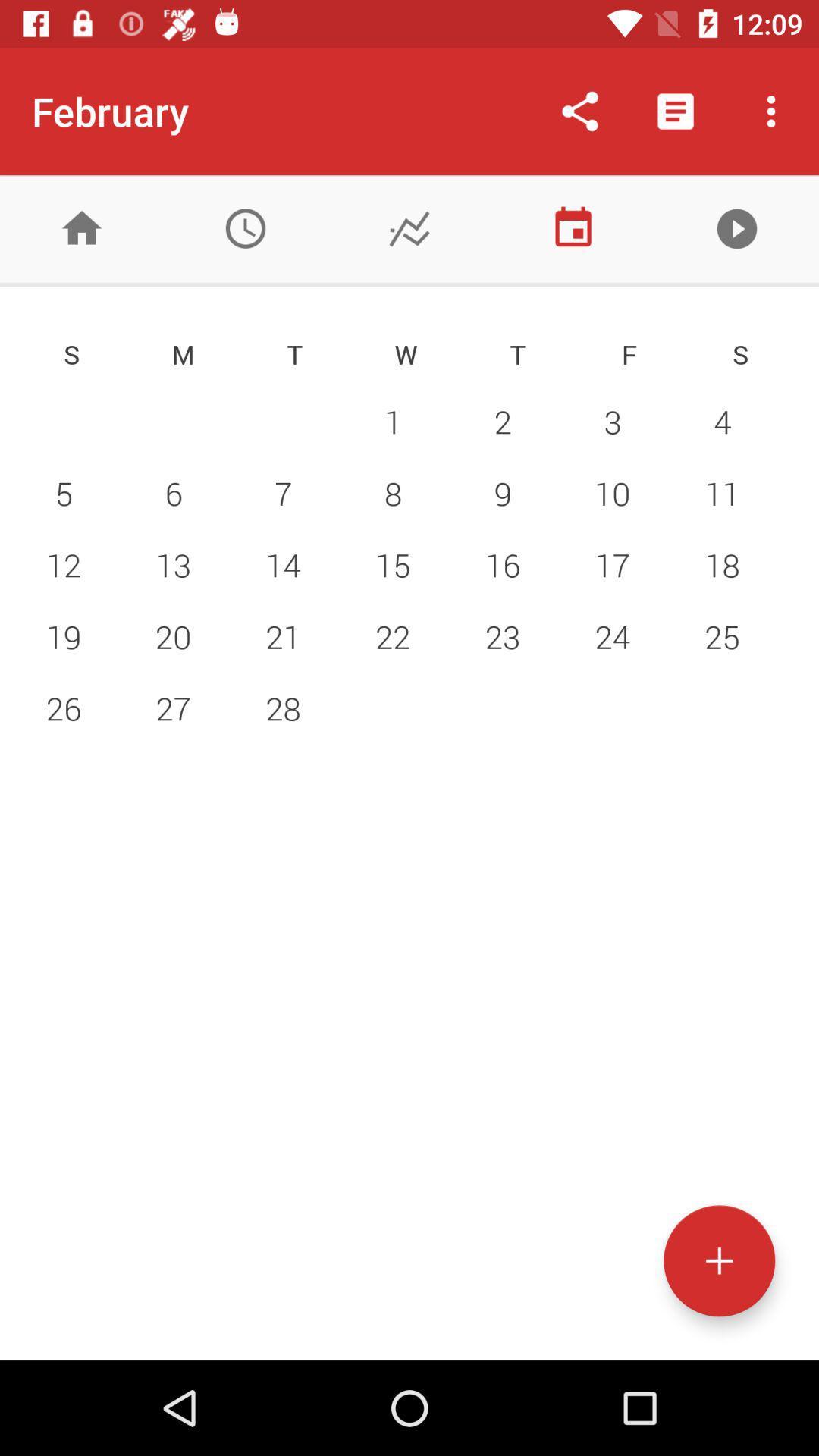 This screenshot has height=1456, width=819. I want to click on the add icon, so click(718, 1260).